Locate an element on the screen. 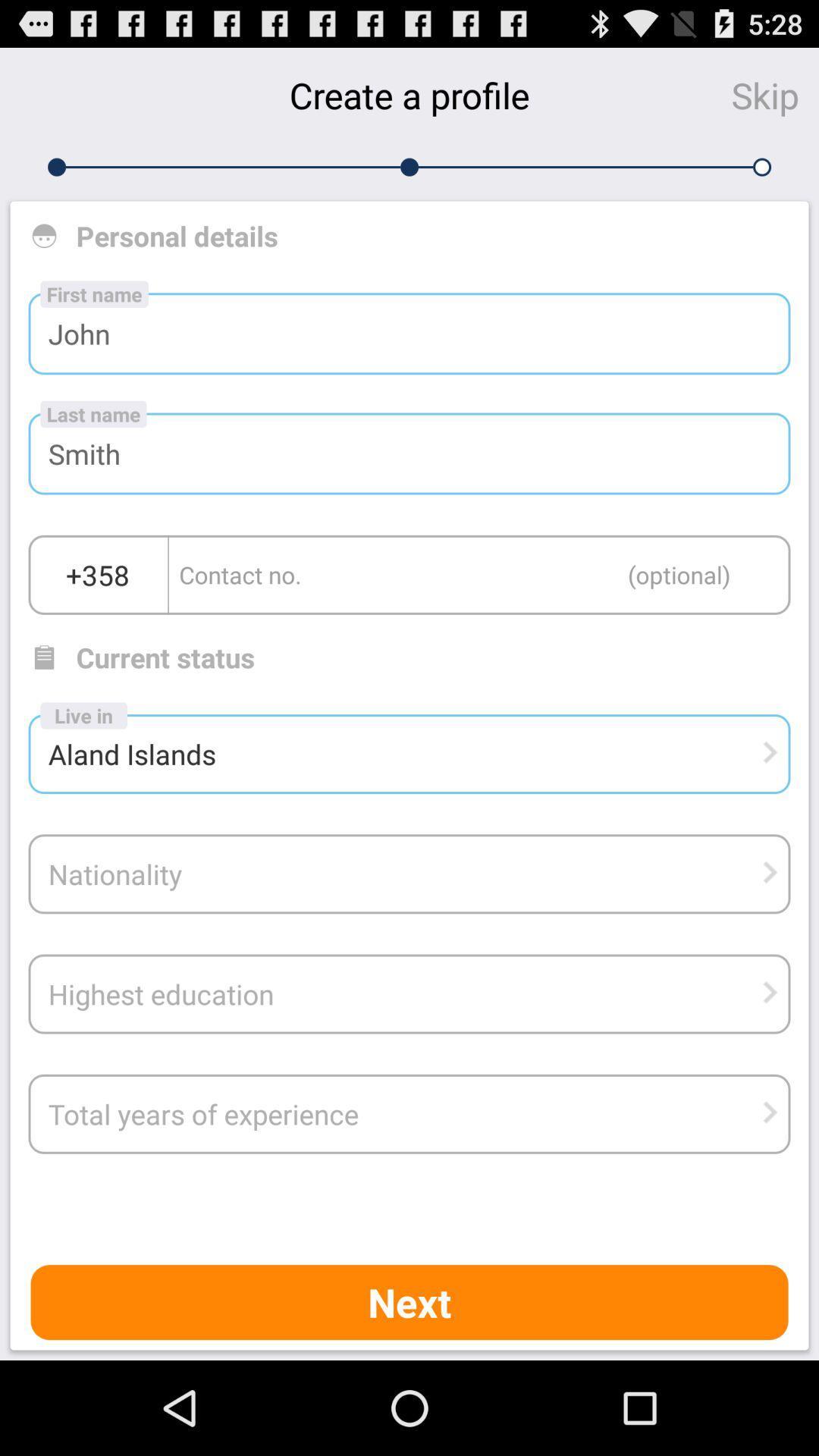 The height and width of the screenshot is (1456, 819). telefone number is located at coordinates (479, 574).